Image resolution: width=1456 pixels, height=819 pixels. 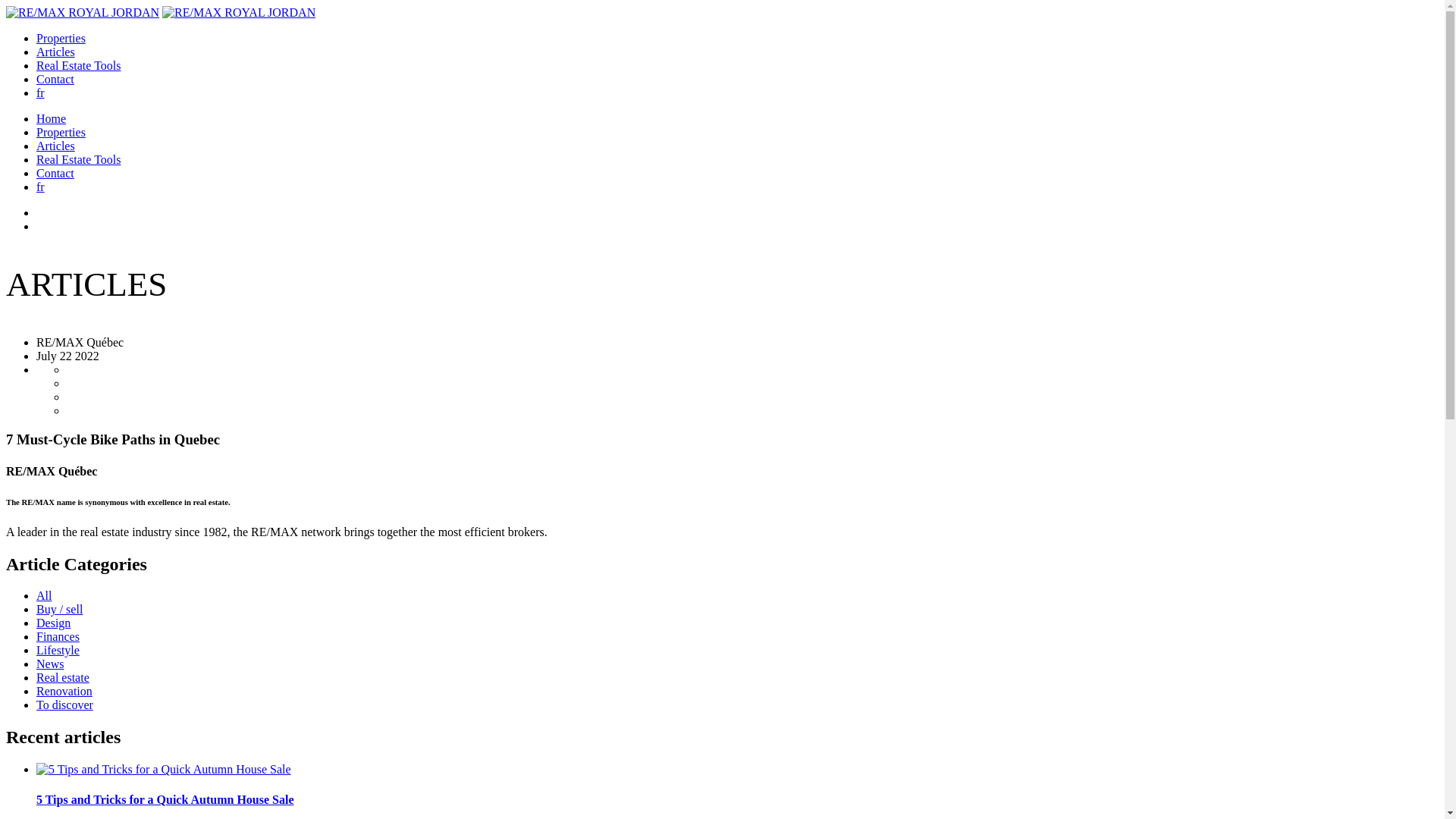 What do you see at coordinates (36, 131) in the screenshot?
I see `'Properties'` at bounding box center [36, 131].